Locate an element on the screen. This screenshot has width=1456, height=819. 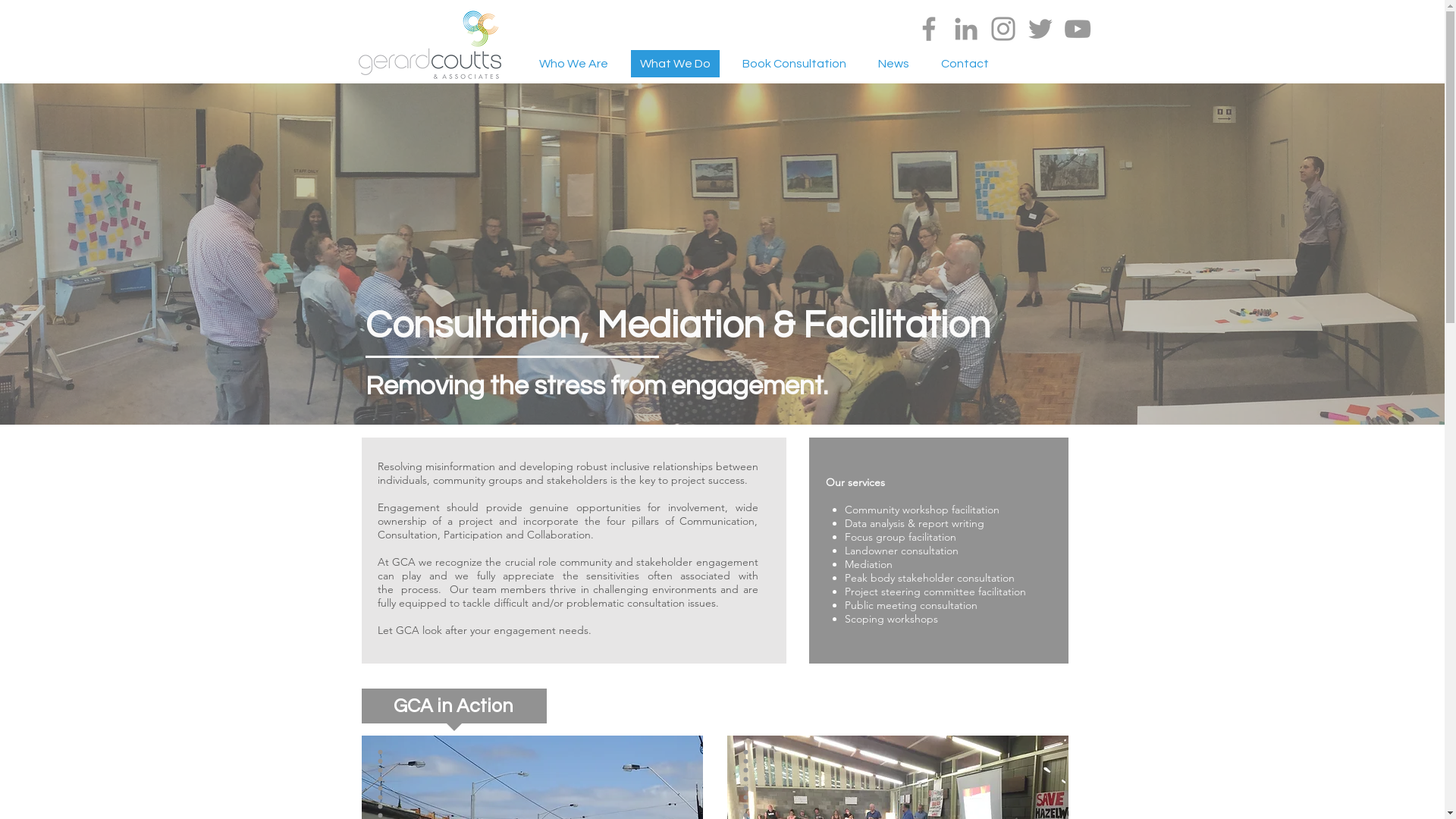
'Site Search' is located at coordinates (1012, 64).